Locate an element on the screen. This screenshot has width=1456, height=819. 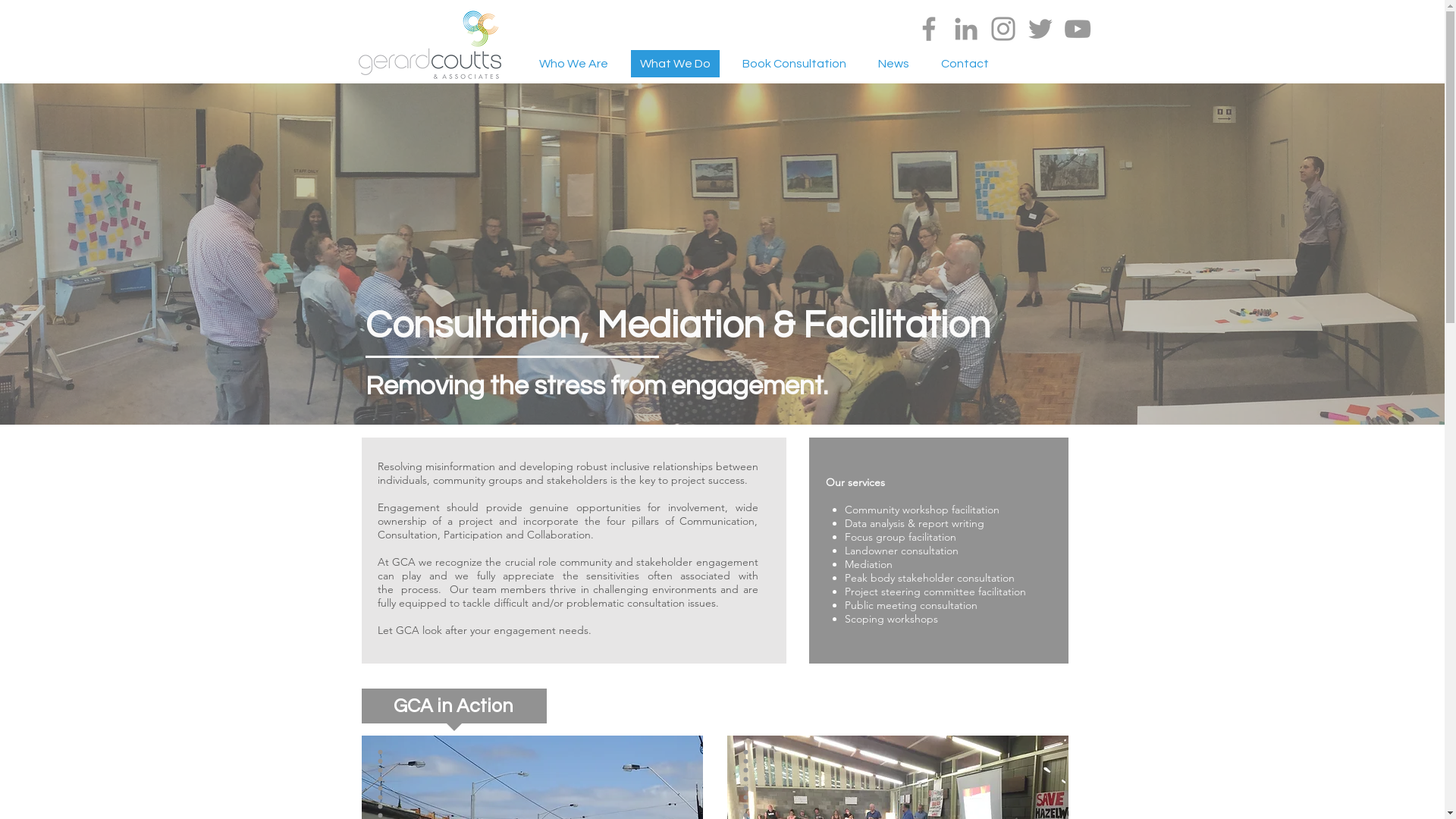
'Site Search' is located at coordinates (1012, 64).